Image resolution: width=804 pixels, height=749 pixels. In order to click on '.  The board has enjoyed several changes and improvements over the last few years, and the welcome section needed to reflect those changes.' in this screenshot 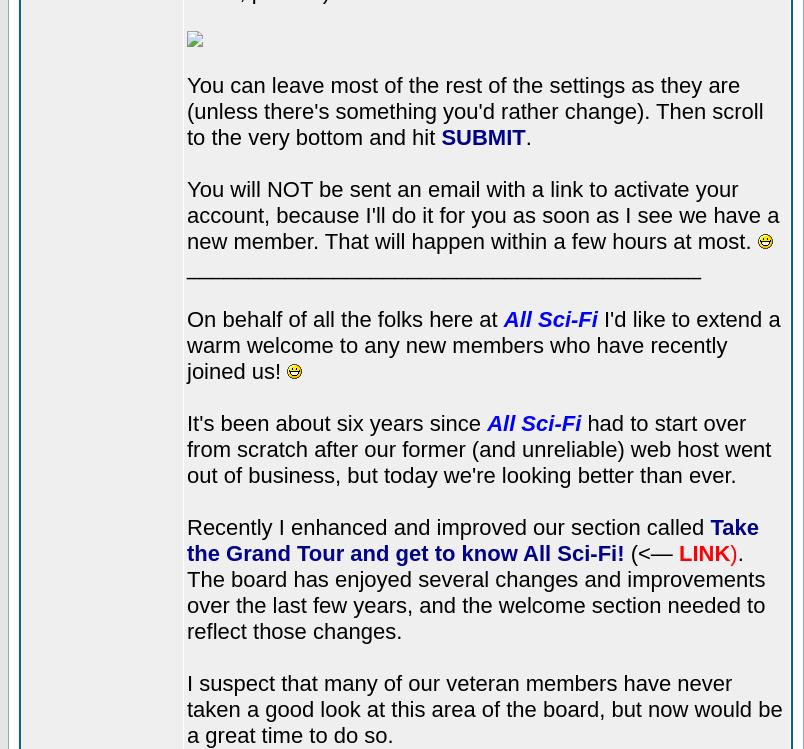, I will do `click(474, 590)`.